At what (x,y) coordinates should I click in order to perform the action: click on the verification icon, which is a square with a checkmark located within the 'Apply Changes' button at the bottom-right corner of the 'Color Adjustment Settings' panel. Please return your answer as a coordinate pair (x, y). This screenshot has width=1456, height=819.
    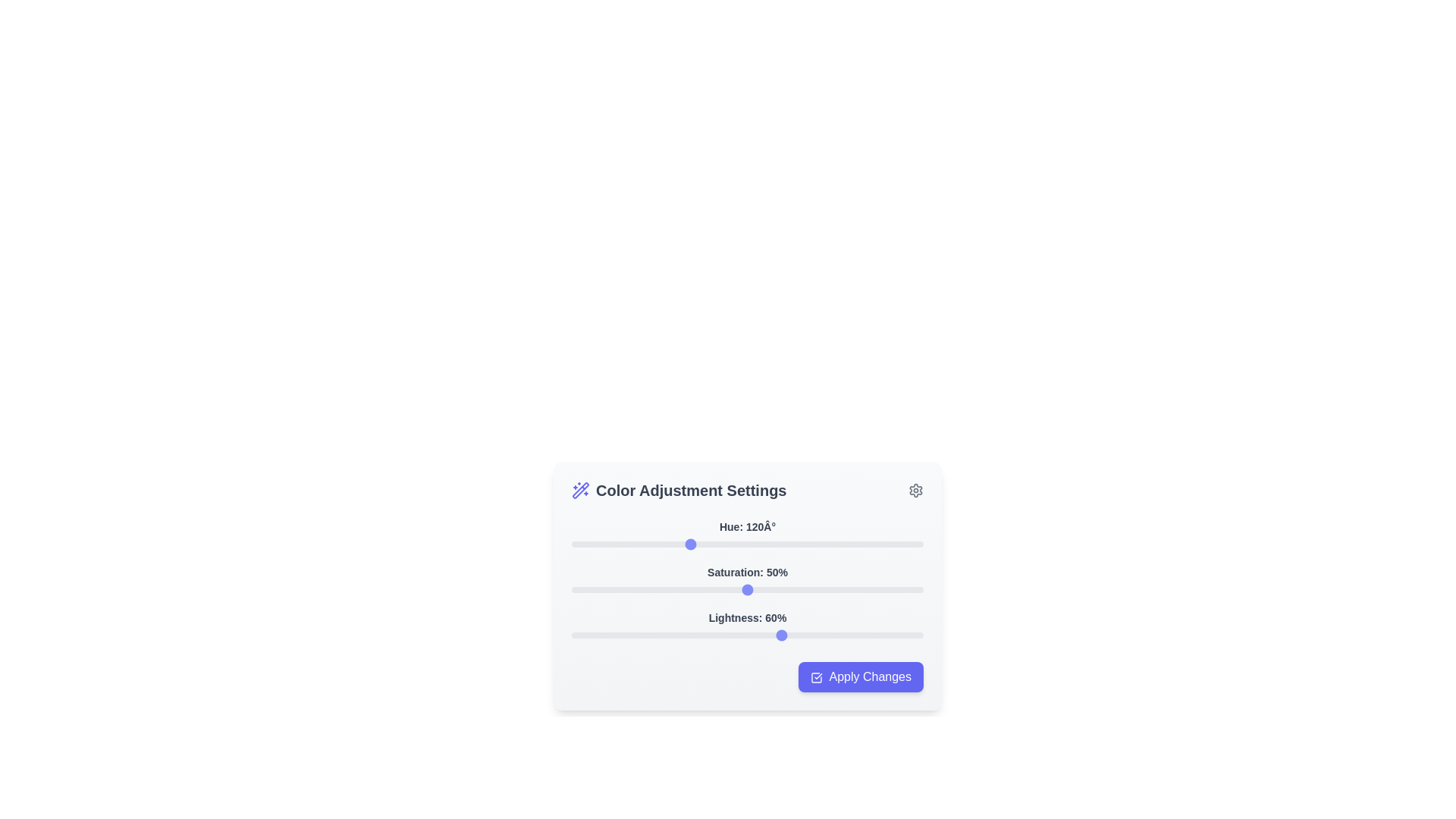
    Looking at the image, I should click on (816, 676).